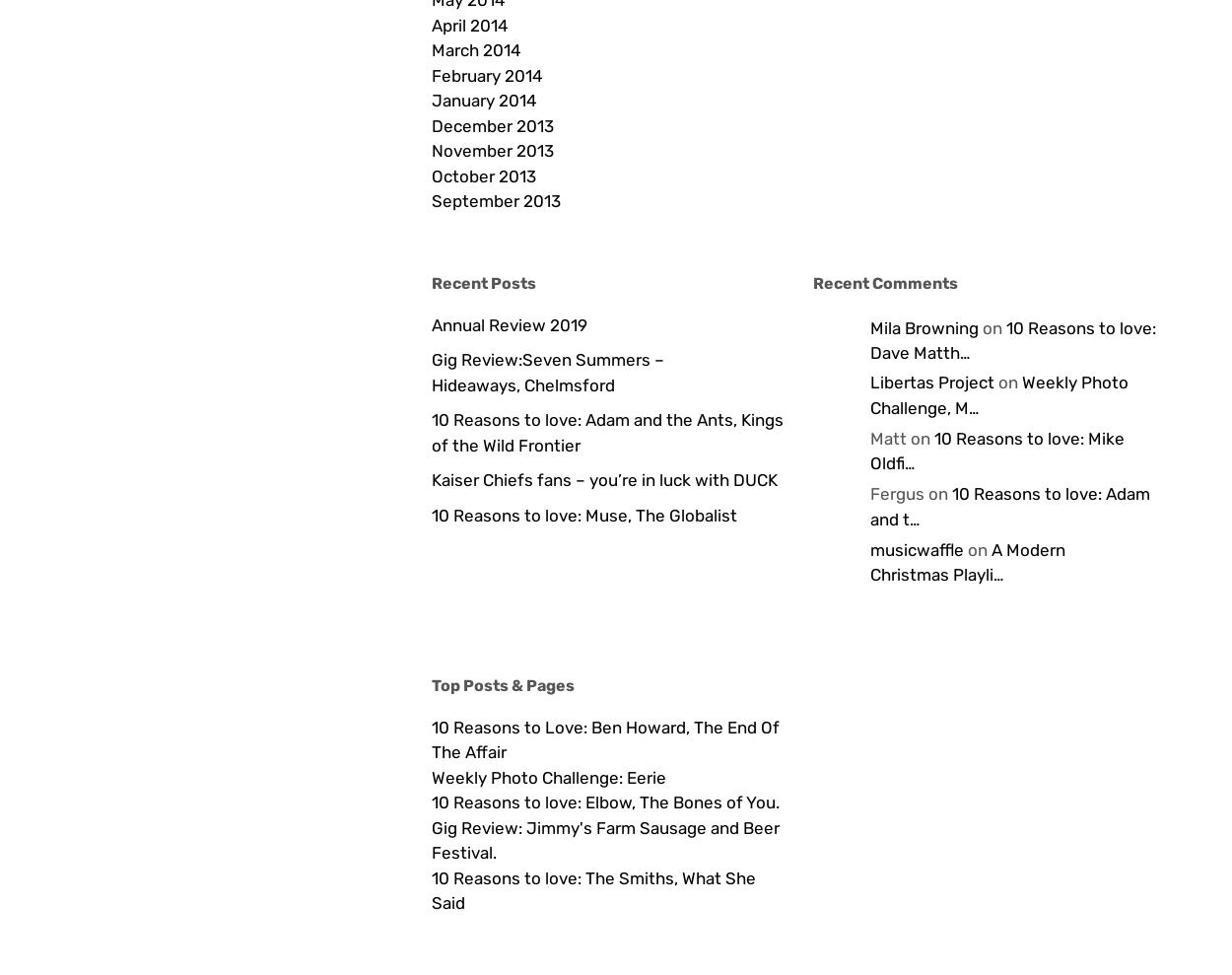 The width and height of the screenshot is (1232, 975). What do you see at coordinates (485, 74) in the screenshot?
I see `'February 2014'` at bounding box center [485, 74].